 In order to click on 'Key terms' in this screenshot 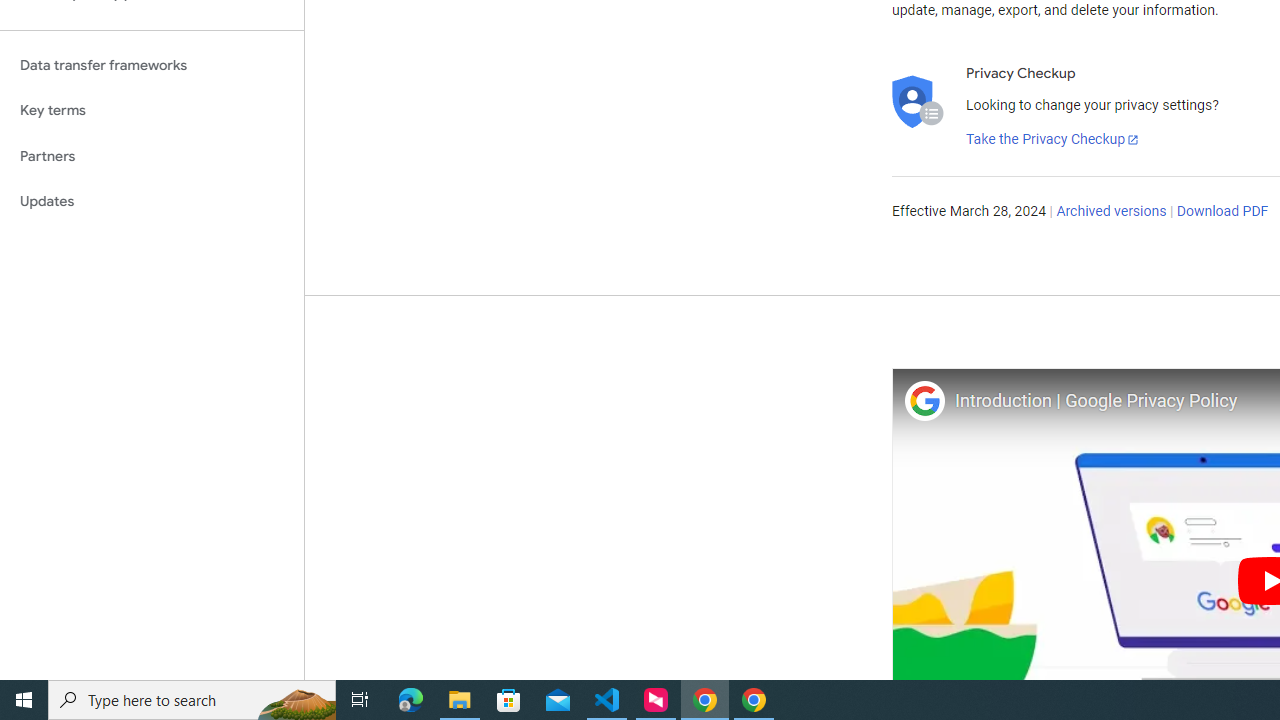, I will do `click(151, 110)`.